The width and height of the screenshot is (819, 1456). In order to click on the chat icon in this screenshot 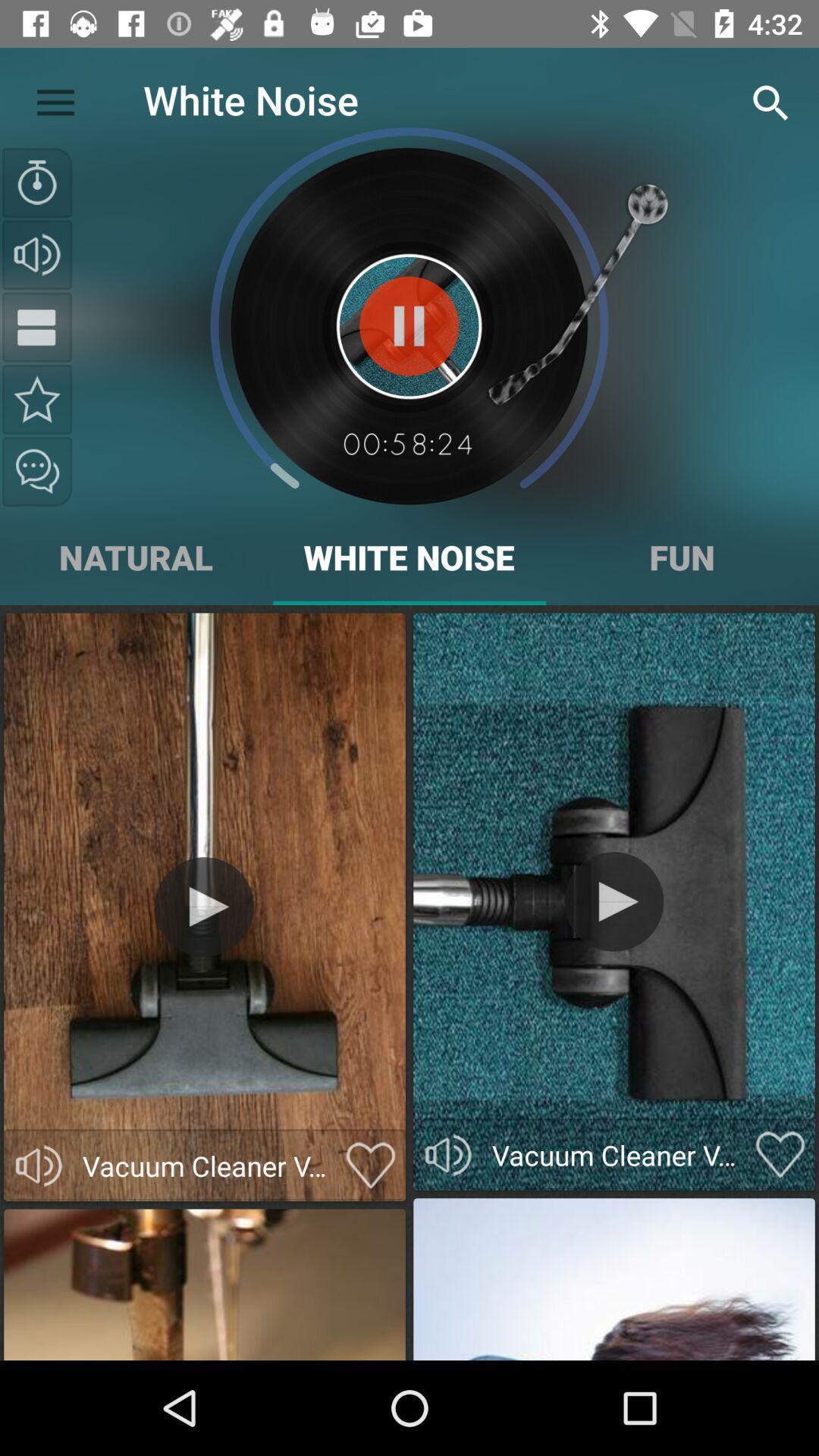, I will do `click(36, 471)`.